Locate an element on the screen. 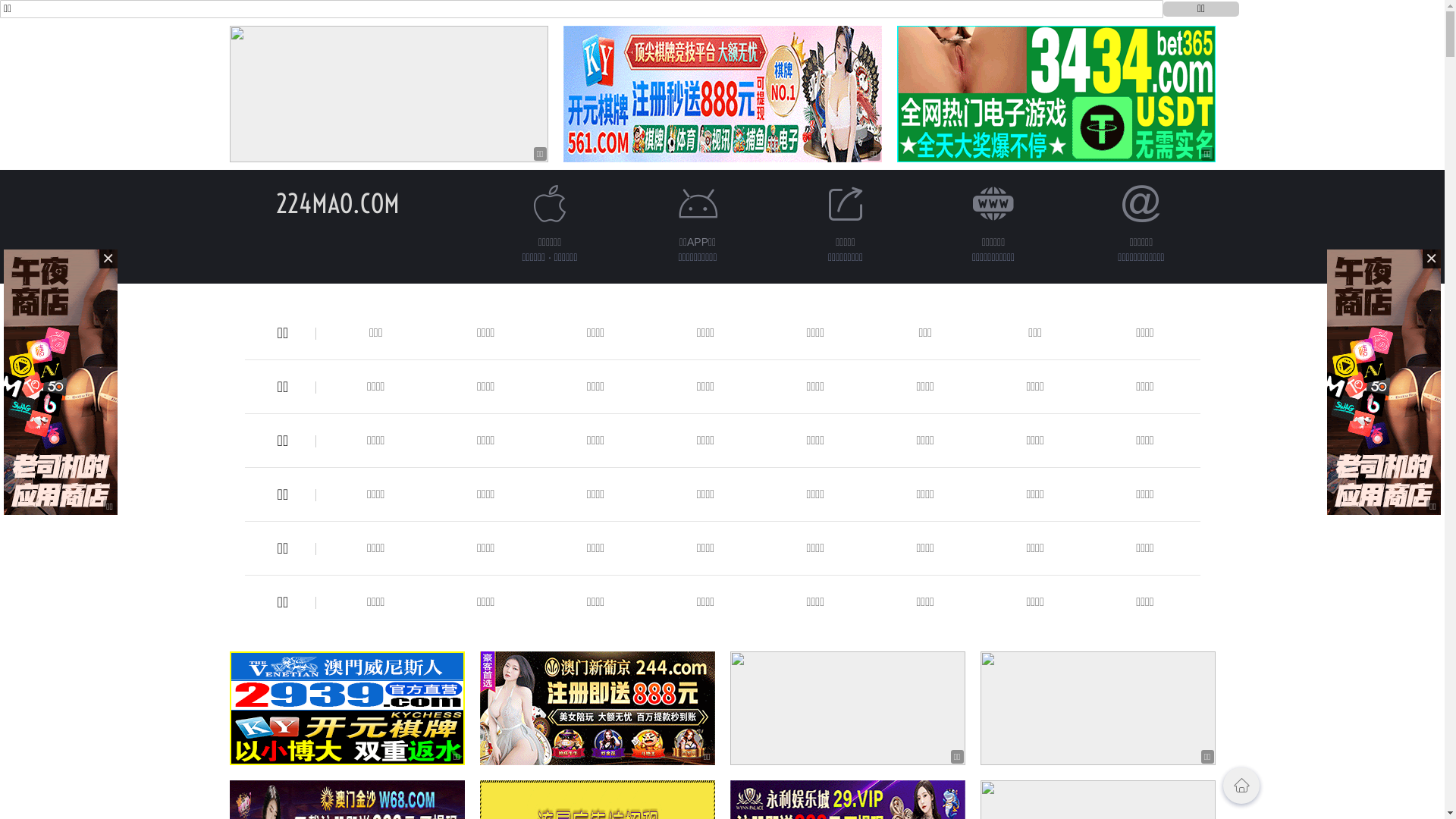 This screenshot has height=819, width=1456. '224MAO.COM' is located at coordinates (337, 202).